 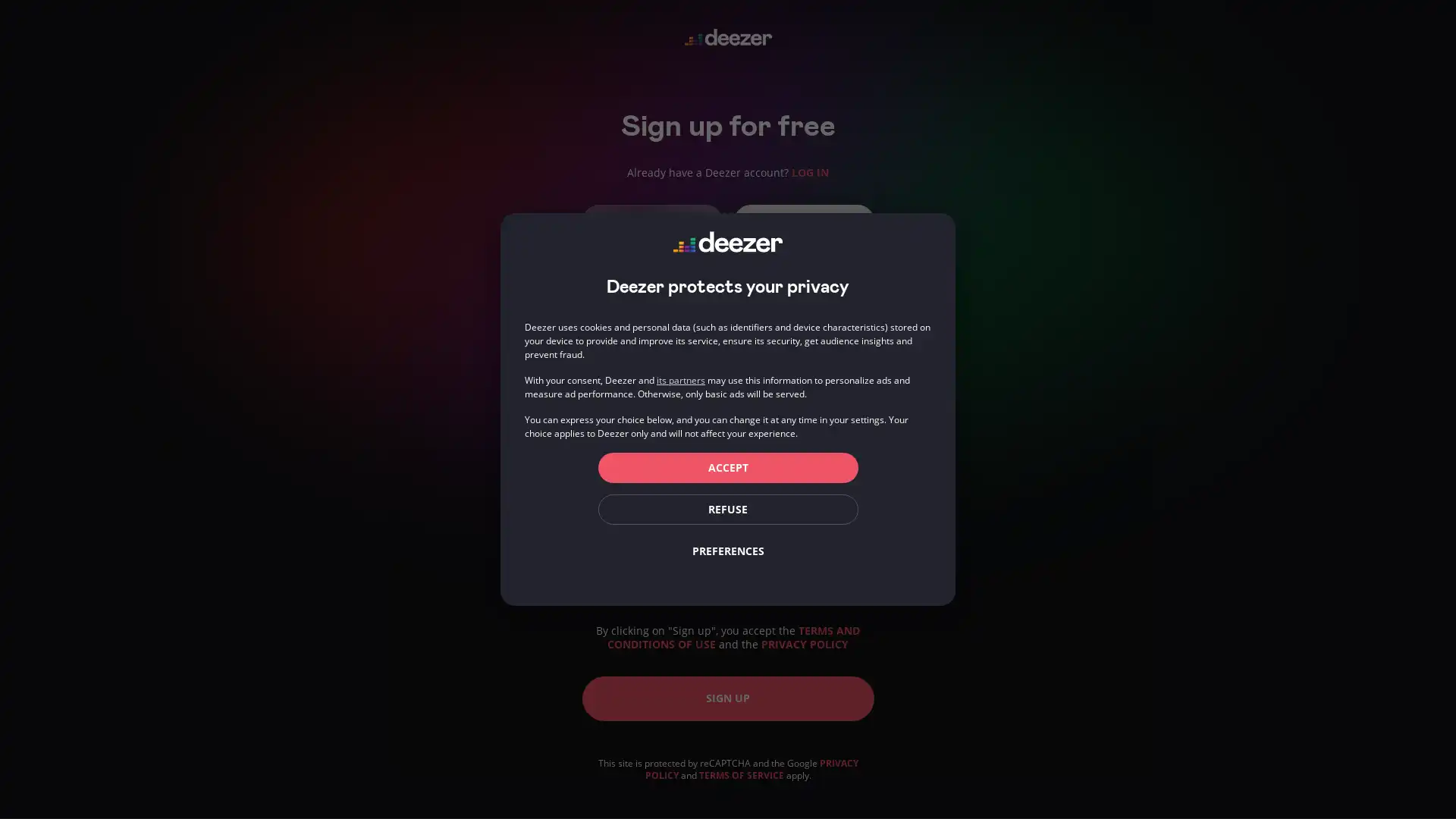 What do you see at coordinates (726, 467) in the screenshot?
I see `ACCEPT` at bounding box center [726, 467].